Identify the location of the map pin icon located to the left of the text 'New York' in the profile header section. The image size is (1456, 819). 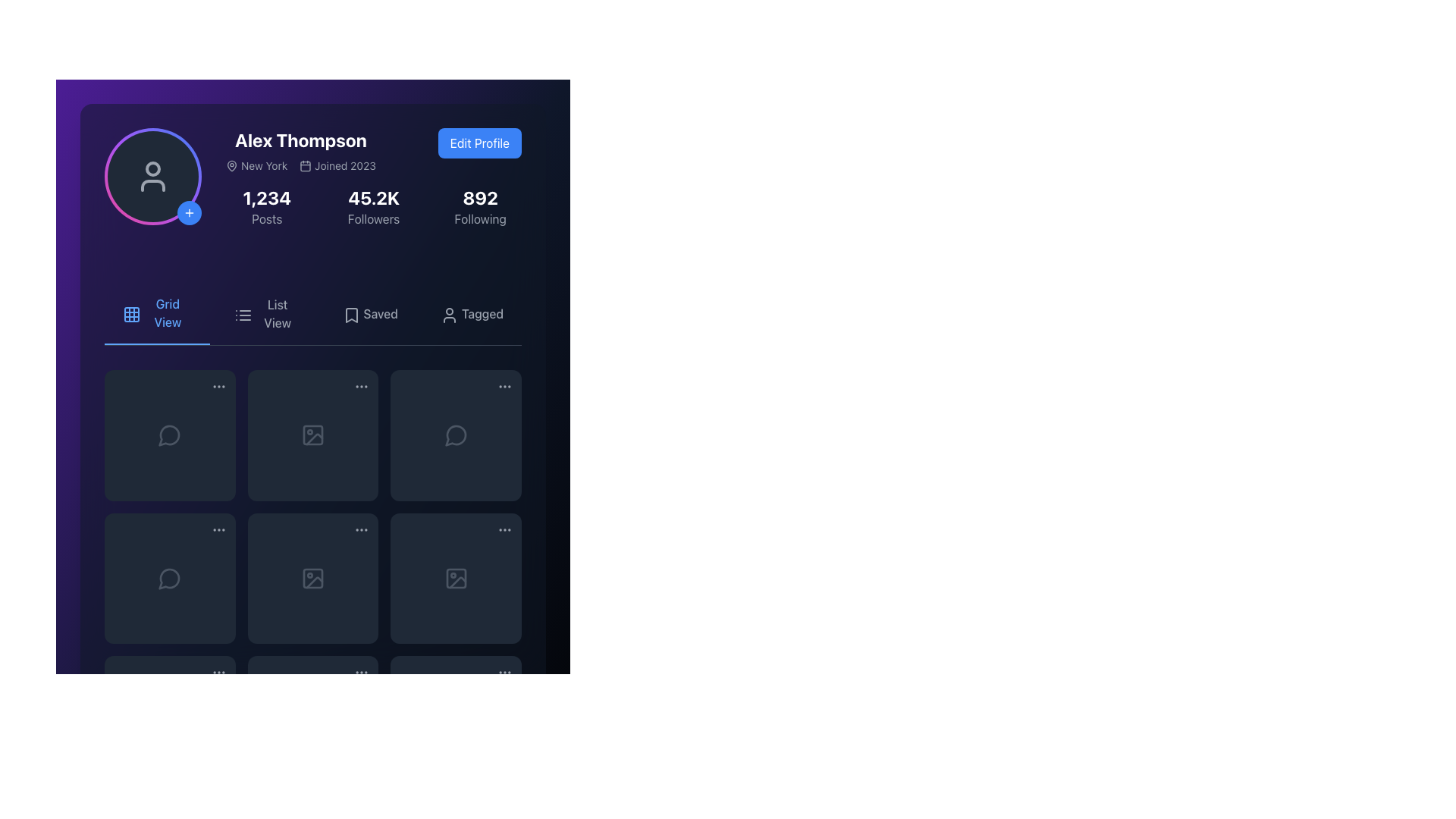
(231, 166).